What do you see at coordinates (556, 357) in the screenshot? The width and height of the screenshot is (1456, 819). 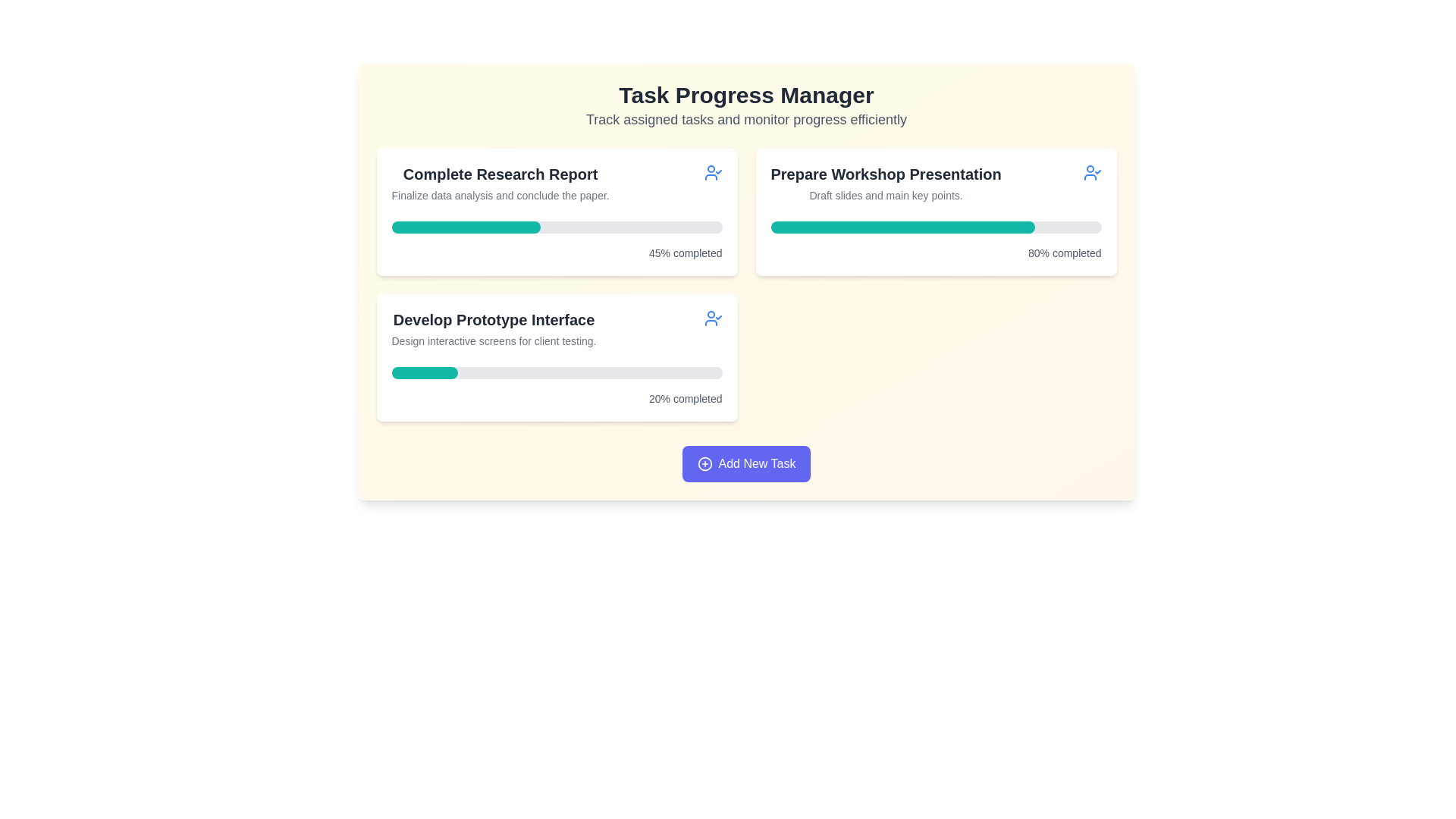 I see `progress value visually on the task card located in the bottom left corner of the interface, which displays project phase details and status` at bounding box center [556, 357].